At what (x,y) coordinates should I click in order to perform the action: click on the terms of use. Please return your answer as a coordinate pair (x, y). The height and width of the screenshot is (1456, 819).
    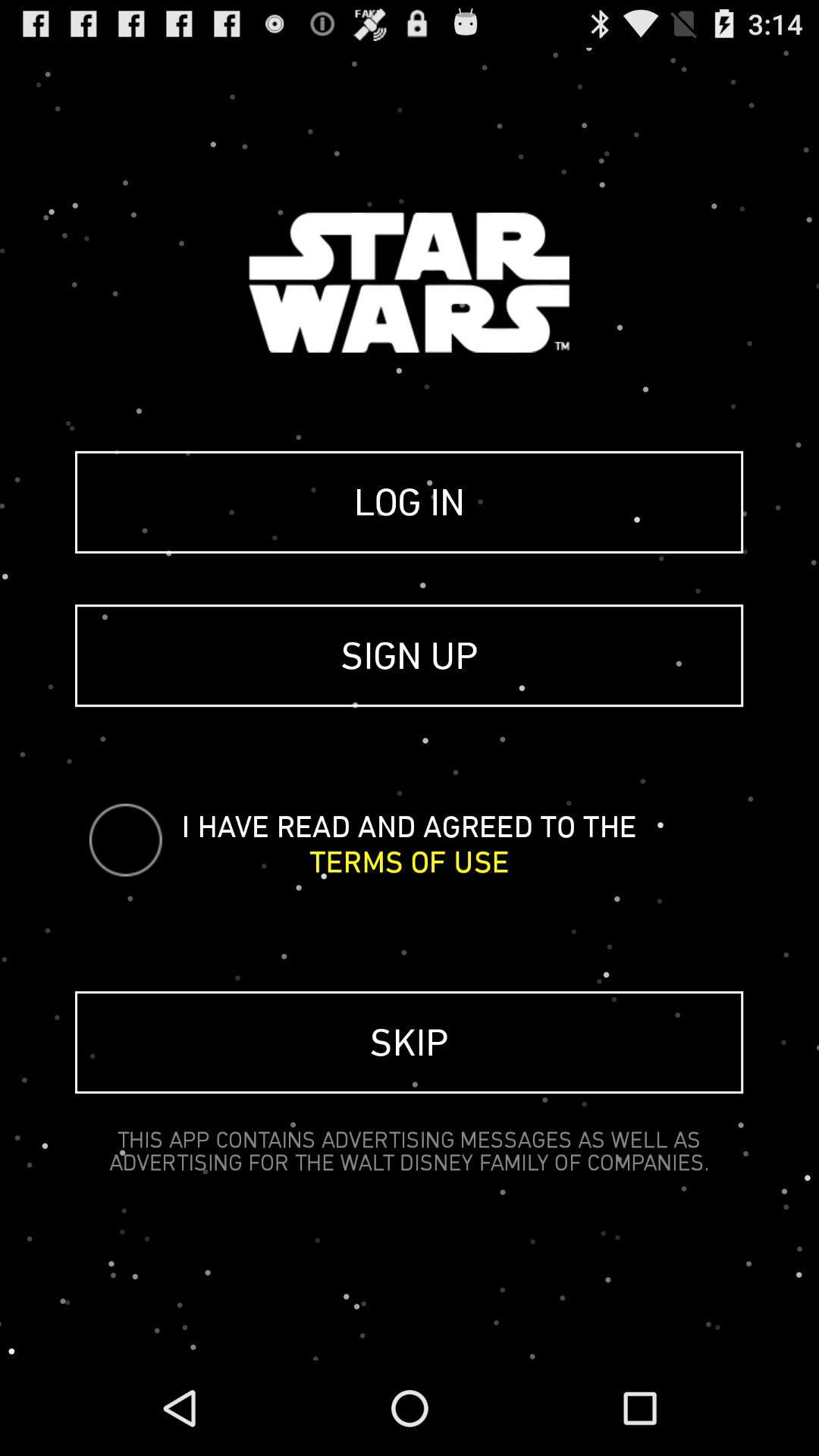
    Looking at the image, I should click on (408, 861).